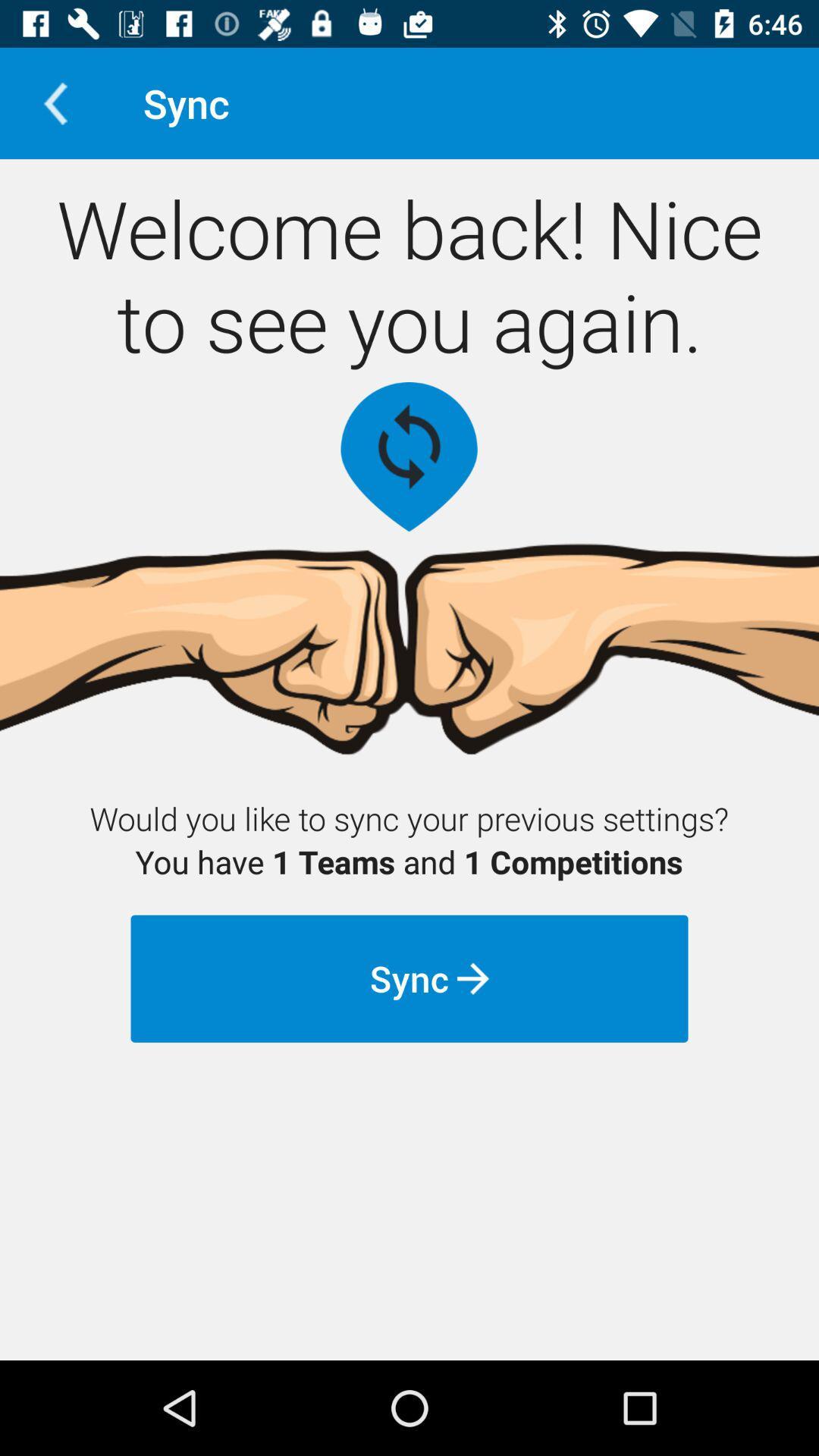 The height and width of the screenshot is (1456, 819). What do you see at coordinates (55, 102) in the screenshot?
I see `item above welcome back nice icon` at bounding box center [55, 102].